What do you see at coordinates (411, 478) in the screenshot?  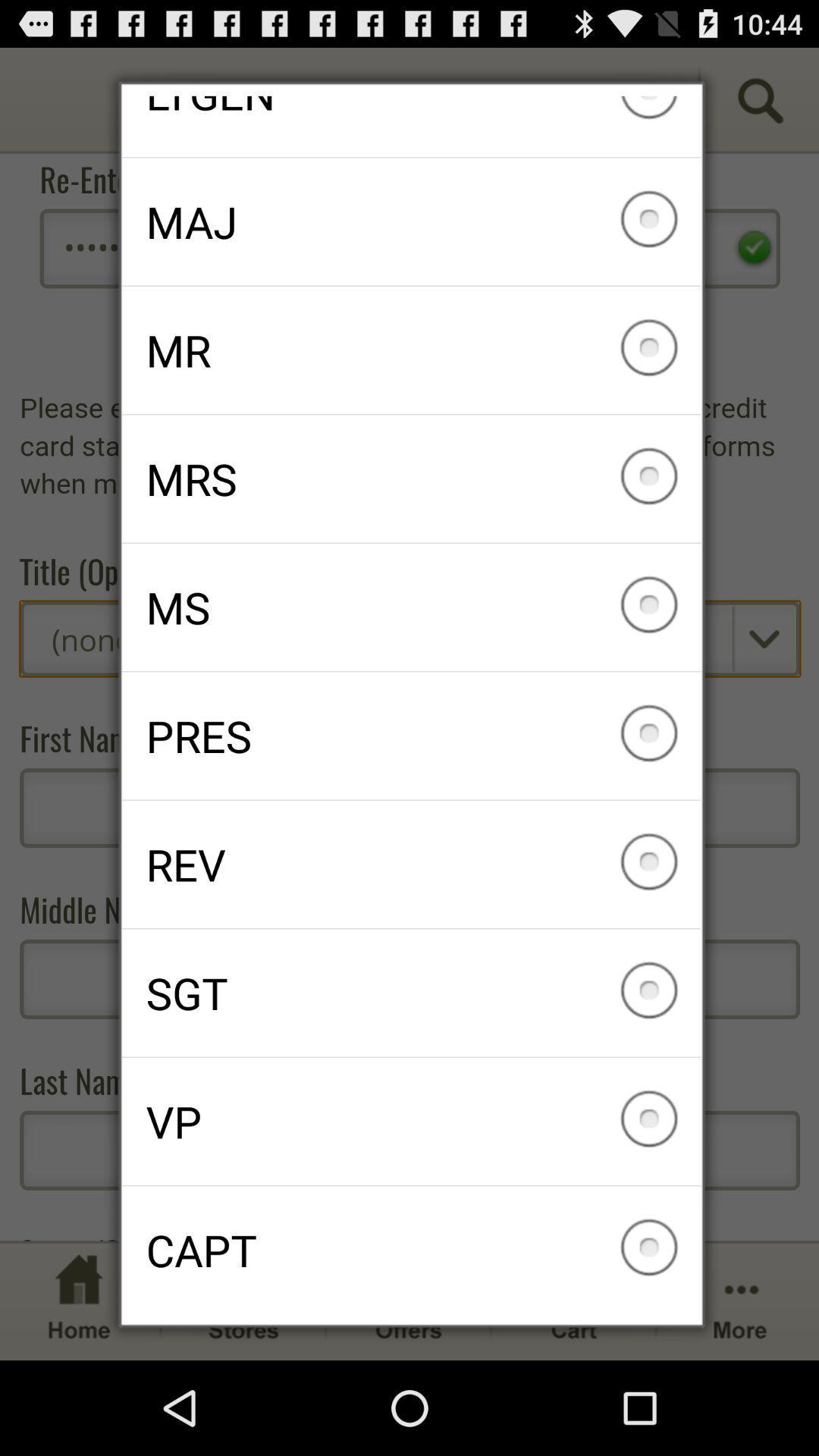 I see `mrs item` at bounding box center [411, 478].